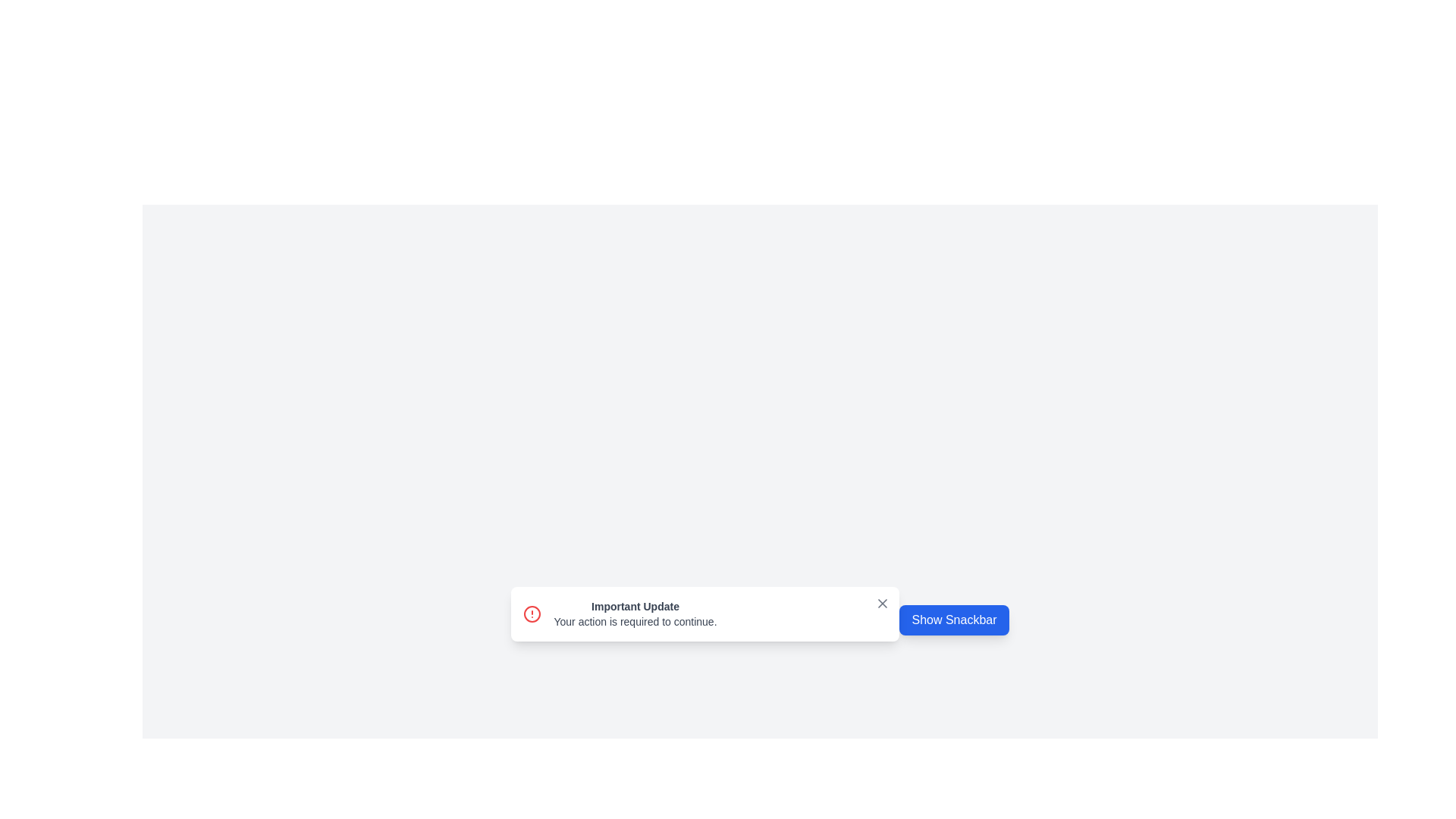 Image resolution: width=1456 pixels, height=819 pixels. What do you see at coordinates (883, 602) in the screenshot?
I see `close button to dismiss the snackbar` at bounding box center [883, 602].